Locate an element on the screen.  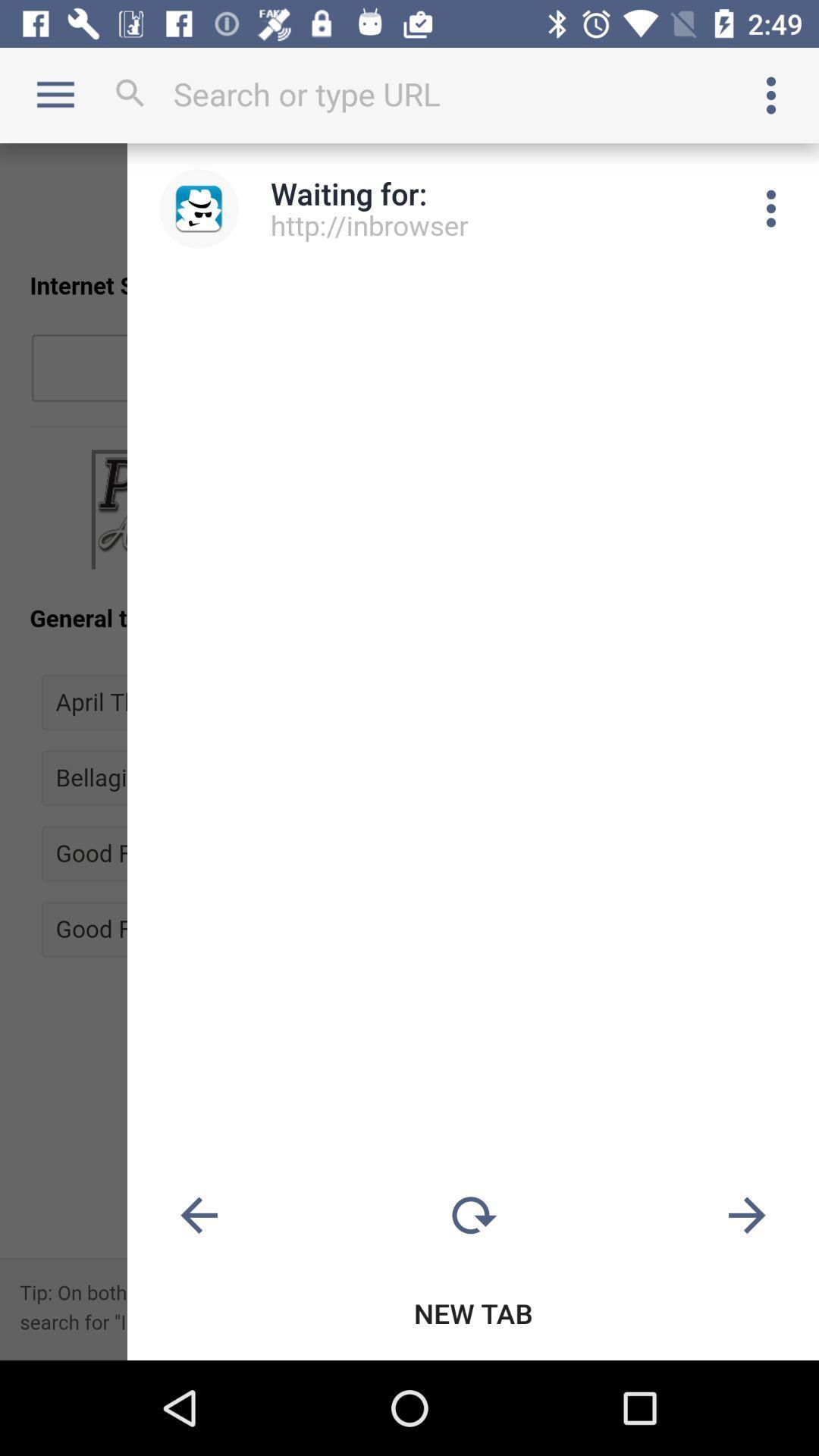
item next to waiting for: icon is located at coordinates (198, 208).